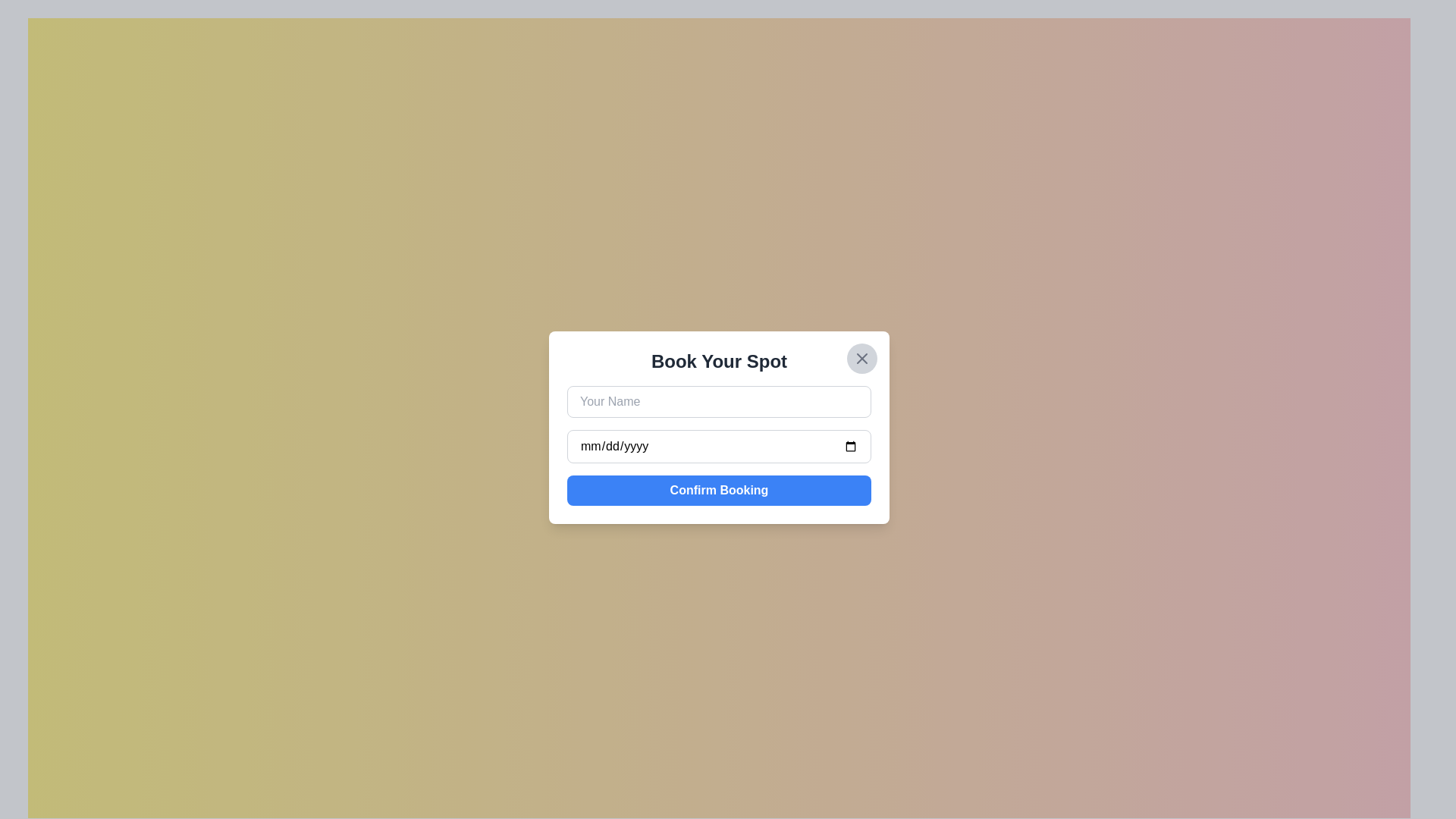 This screenshot has height=819, width=1456. Describe the element at coordinates (862, 359) in the screenshot. I see `the close button to close the dialog` at that location.